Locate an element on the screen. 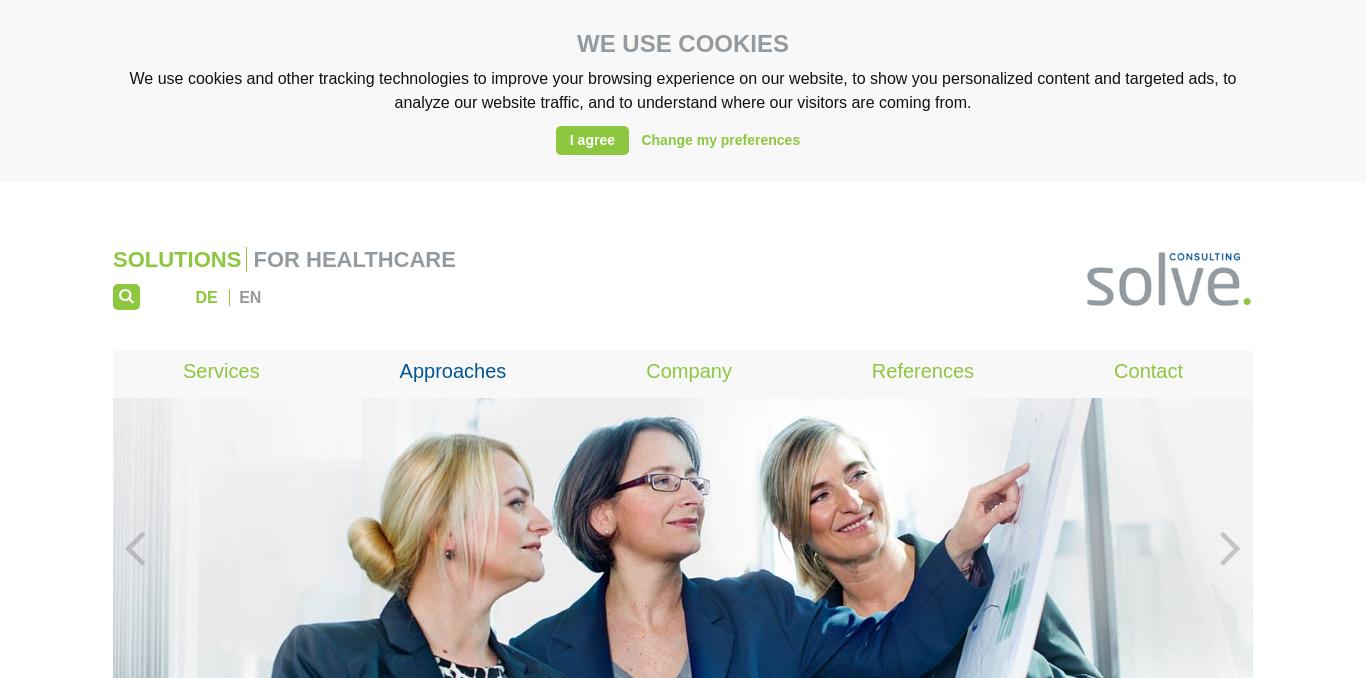 Image resolution: width=1366 pixels, height=678 pixels. 'I agree' is located at coordinates (590, 139).